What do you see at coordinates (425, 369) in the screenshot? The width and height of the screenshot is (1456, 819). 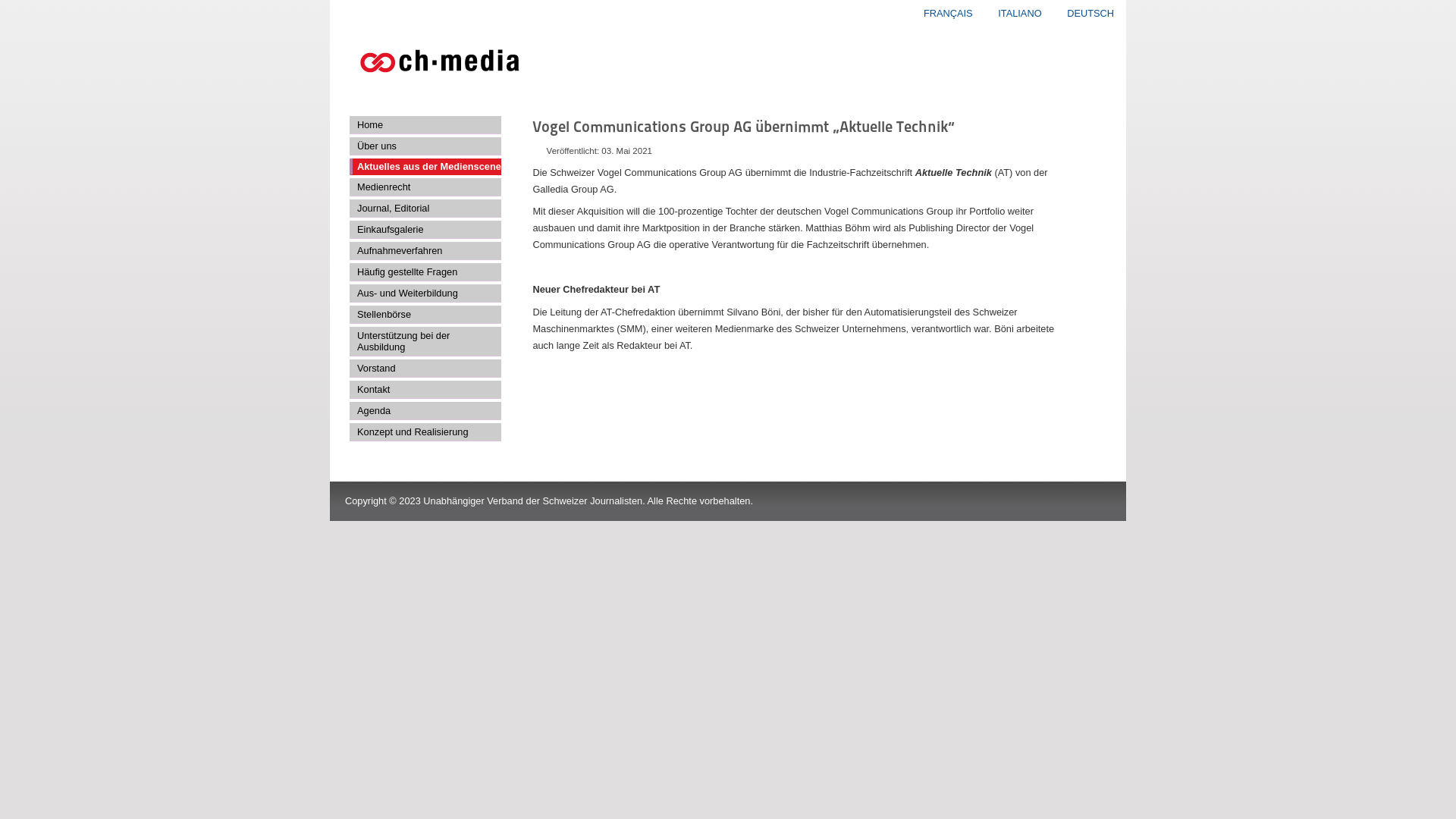 I see `'Vorstand'` at bounding box center [425, 369].